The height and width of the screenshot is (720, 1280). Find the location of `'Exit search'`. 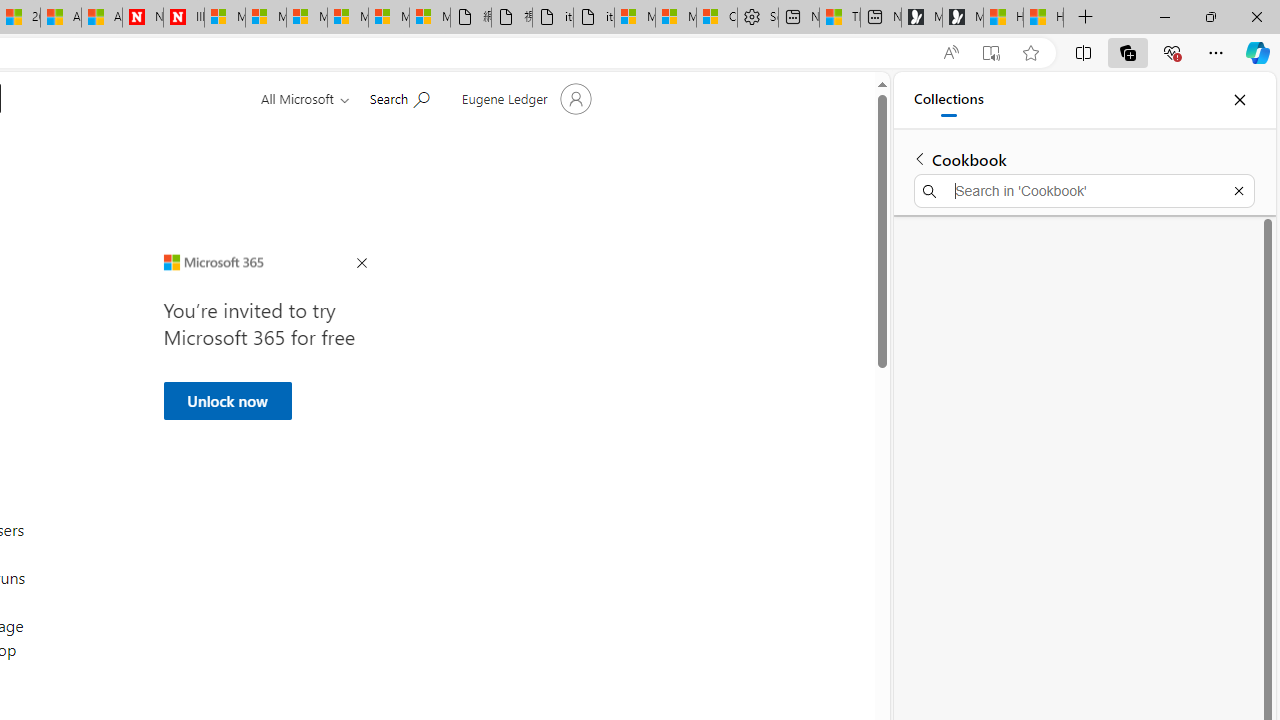

'Exit search' is located at coordinates (1238, 191).